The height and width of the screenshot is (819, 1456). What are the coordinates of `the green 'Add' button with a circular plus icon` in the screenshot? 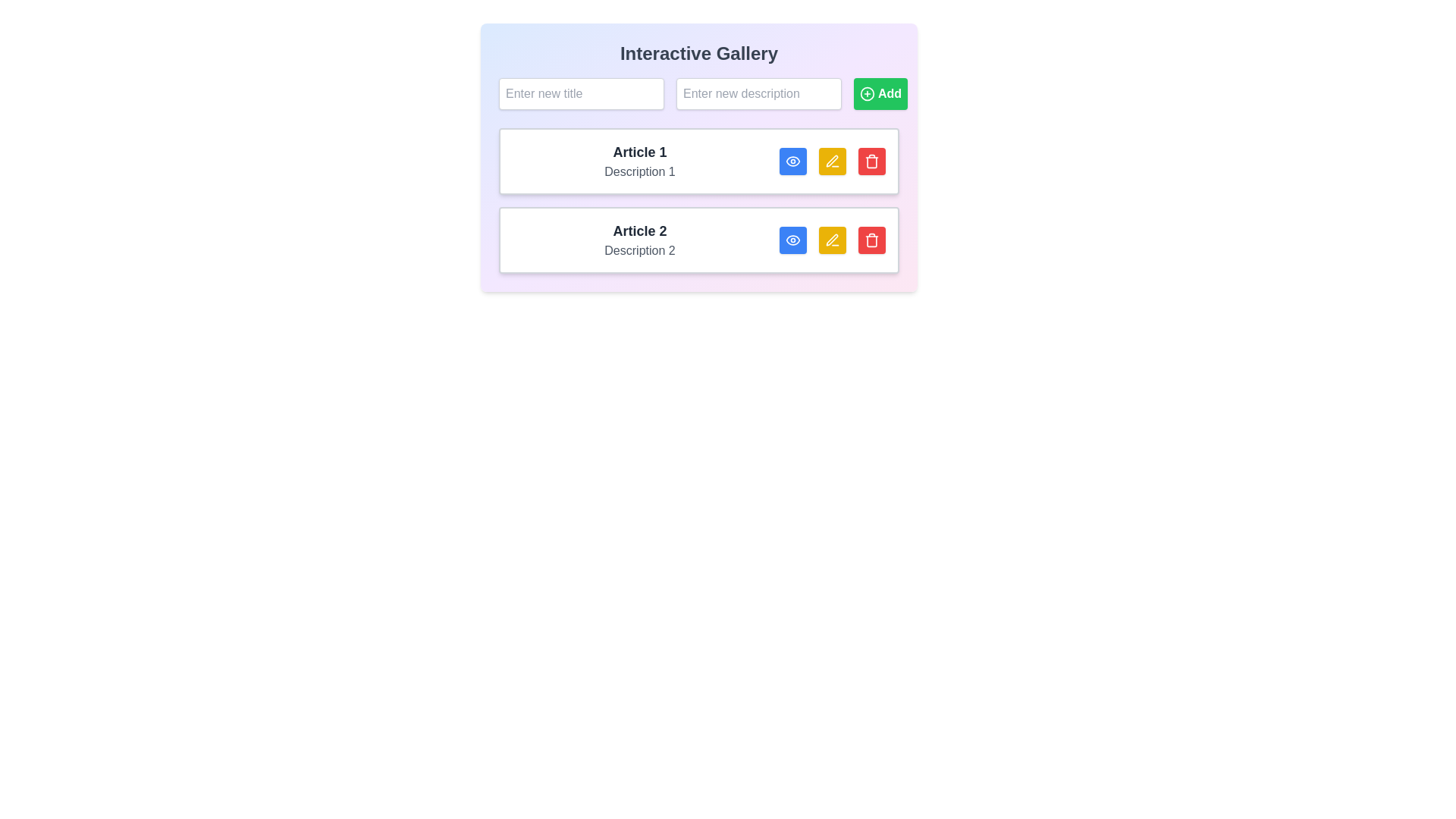 It's located at (880, 93).